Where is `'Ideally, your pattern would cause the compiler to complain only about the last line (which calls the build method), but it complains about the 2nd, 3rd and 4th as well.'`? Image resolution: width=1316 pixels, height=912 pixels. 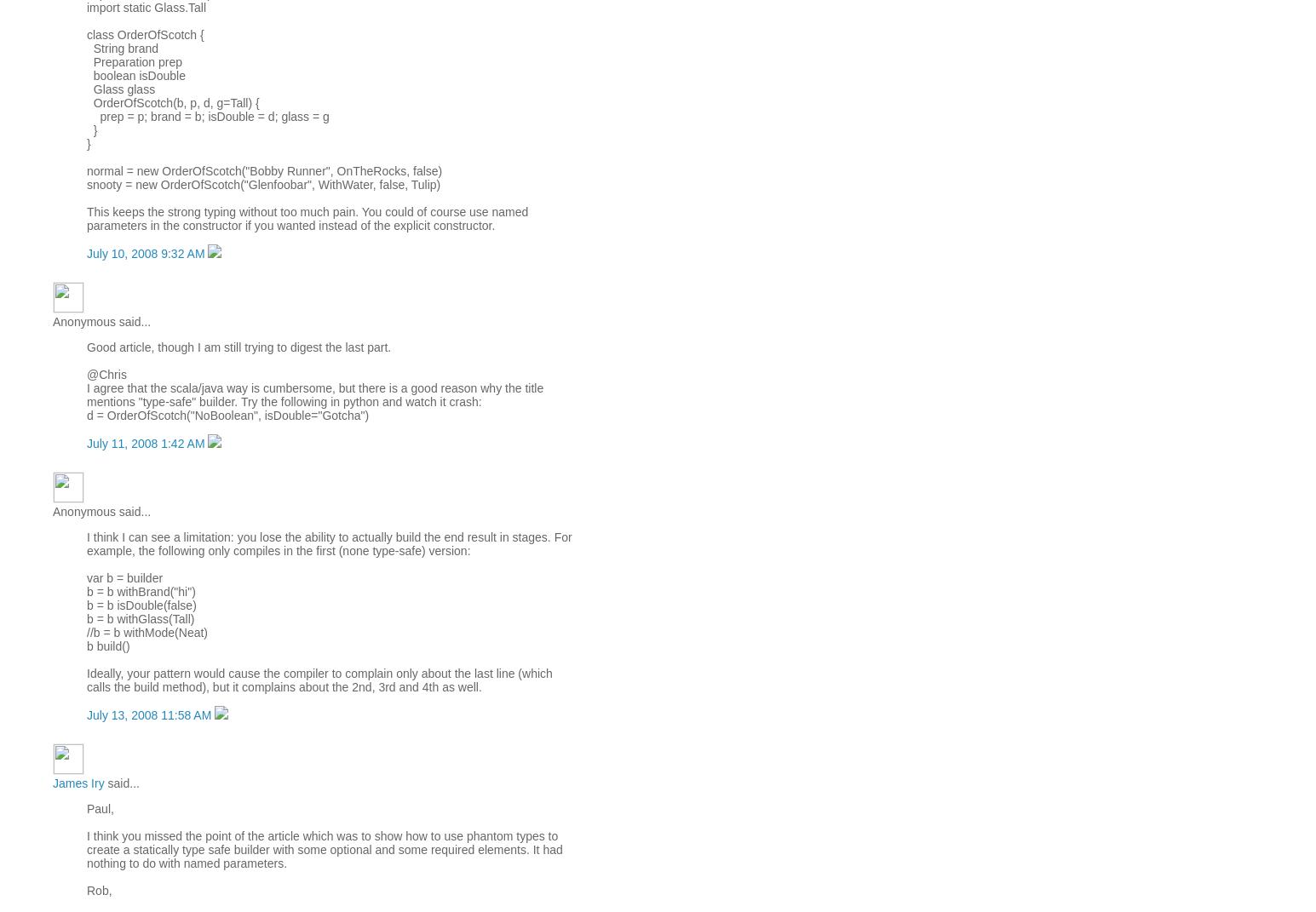
'Ideally, your pattern would cause the compiler to complain only about the last line (which calls the build method), but it complains about the 2nd, 3rd and 4th as well.' is located at coordinates (318, 679).